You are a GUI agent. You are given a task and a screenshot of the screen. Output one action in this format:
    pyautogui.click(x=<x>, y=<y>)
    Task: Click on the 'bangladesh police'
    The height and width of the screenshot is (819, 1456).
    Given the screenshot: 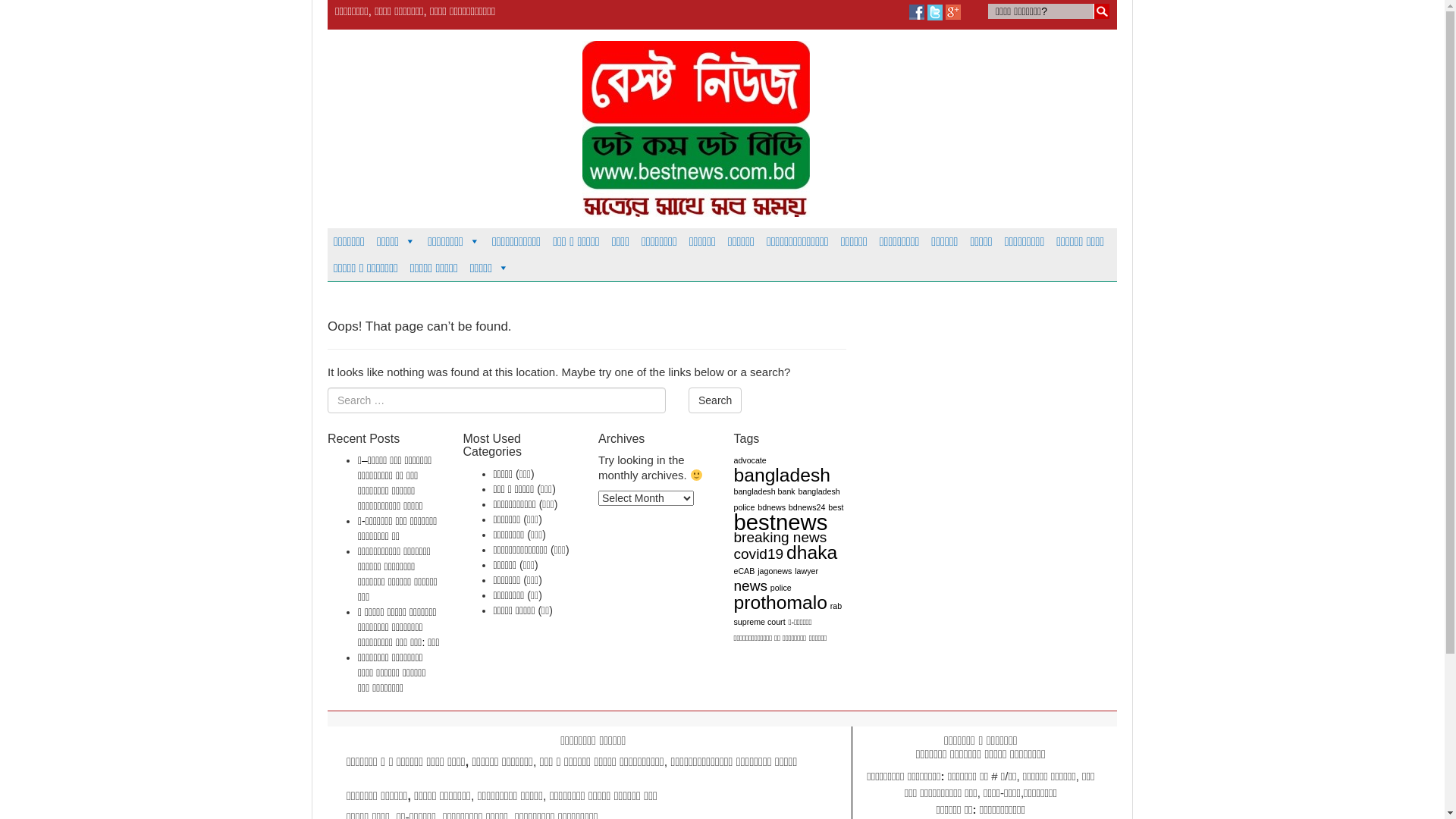 What is the action you would take?
    pyautogui.click(x=786, y=499)
    